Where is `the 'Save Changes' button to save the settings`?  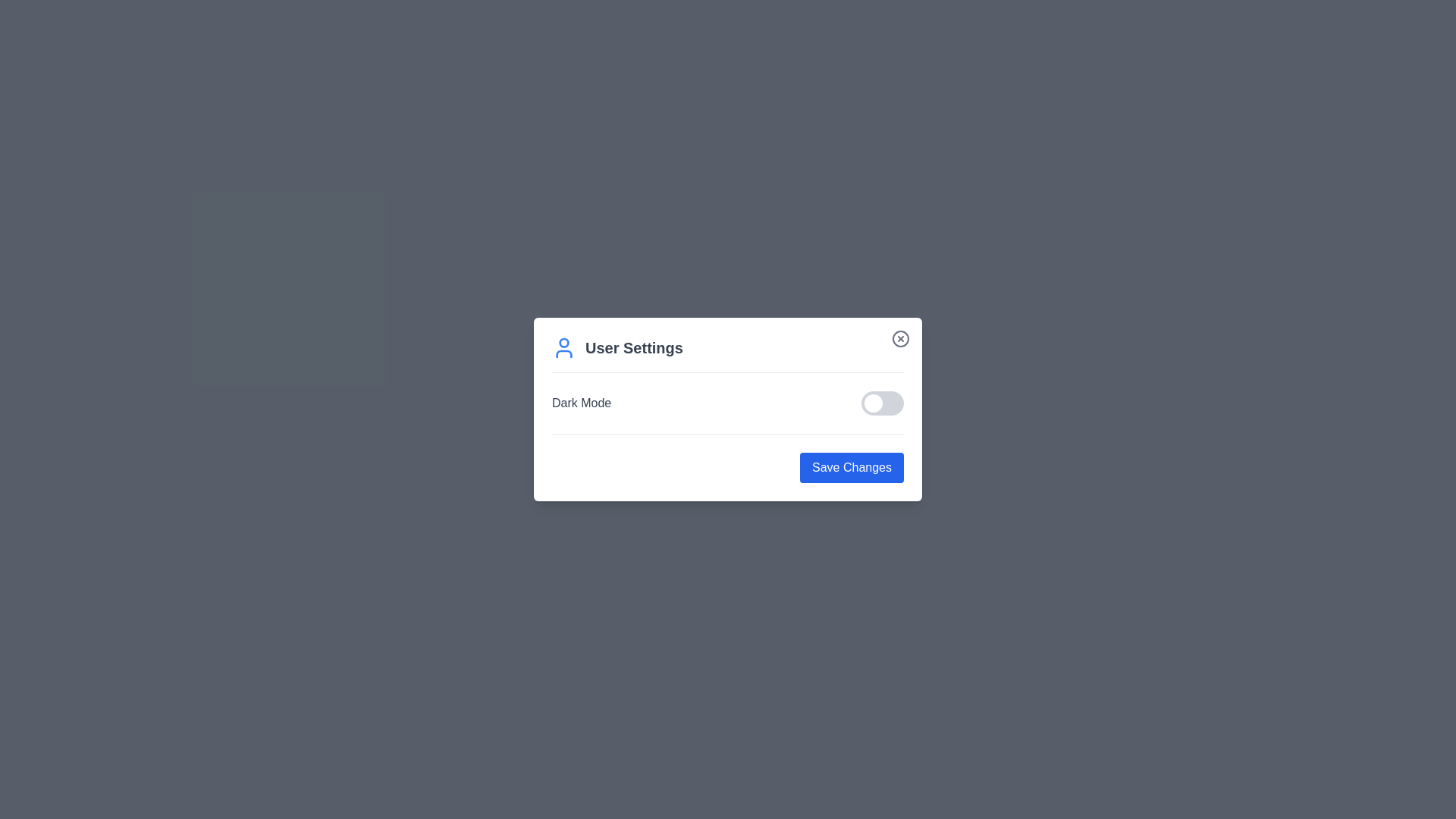
the 'Save Changes' button to save the settings is located at coordinates (852, 467).